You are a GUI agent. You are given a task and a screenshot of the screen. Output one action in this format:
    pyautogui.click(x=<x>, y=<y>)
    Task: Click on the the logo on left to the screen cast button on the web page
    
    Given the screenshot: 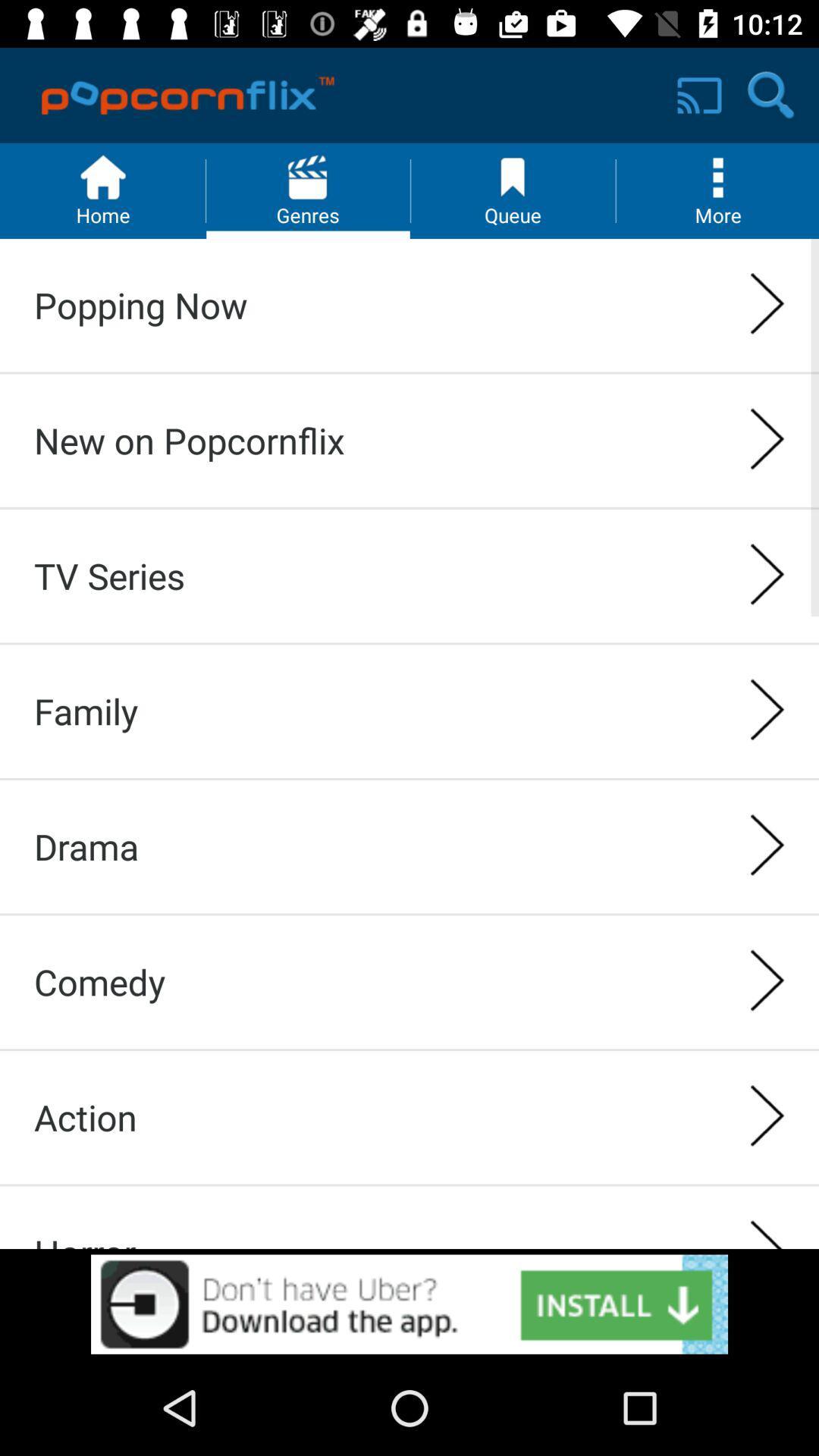 What is the action you would take?
    pyautogui.click(x=187, y=94)
    